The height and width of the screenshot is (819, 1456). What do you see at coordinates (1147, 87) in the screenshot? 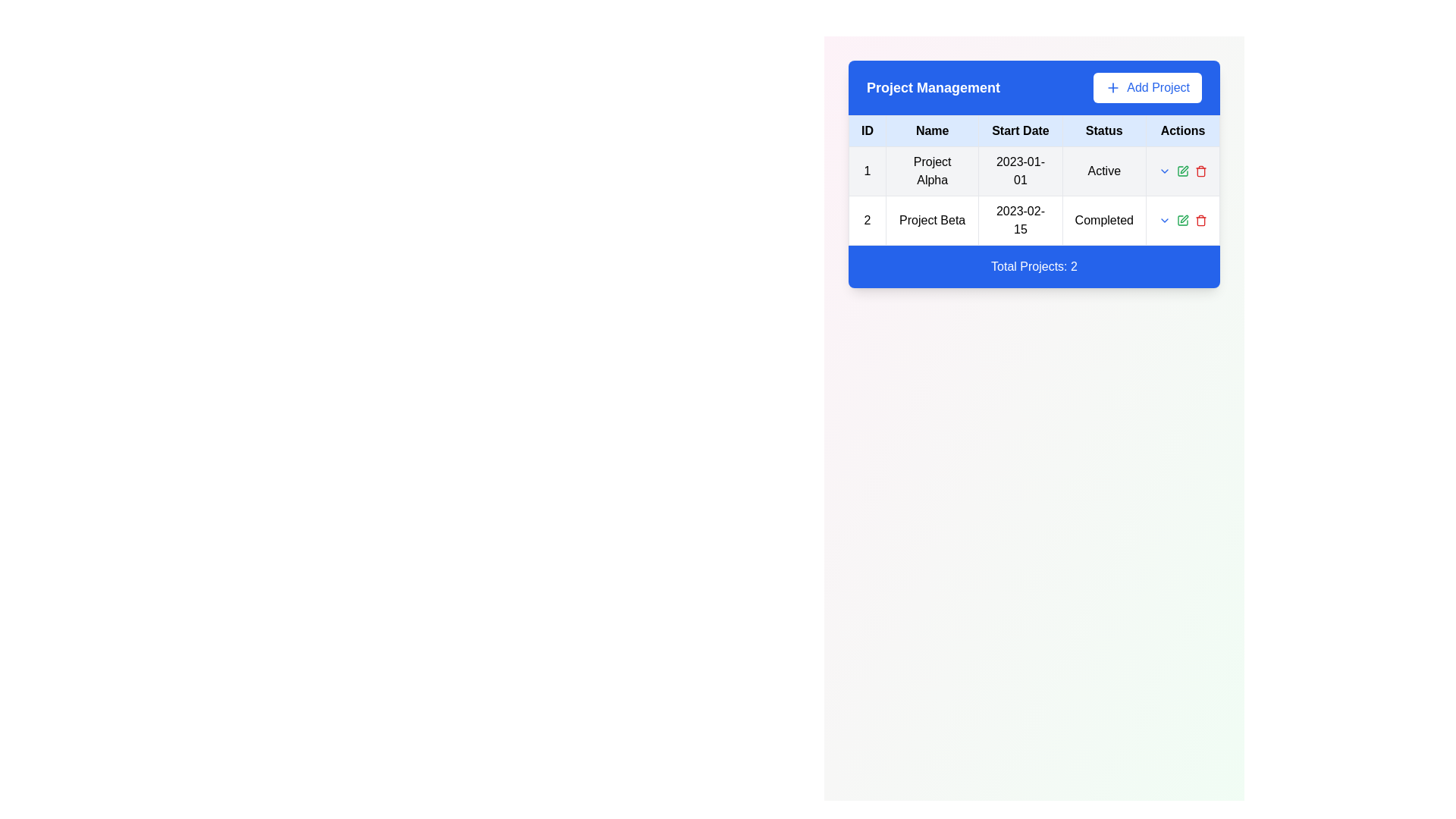
I see `the 'Add Project' button, which is a rounded rectangular button with a white background and blue text located in the top-right corner of the interface` at bounding box center [1147, 87].